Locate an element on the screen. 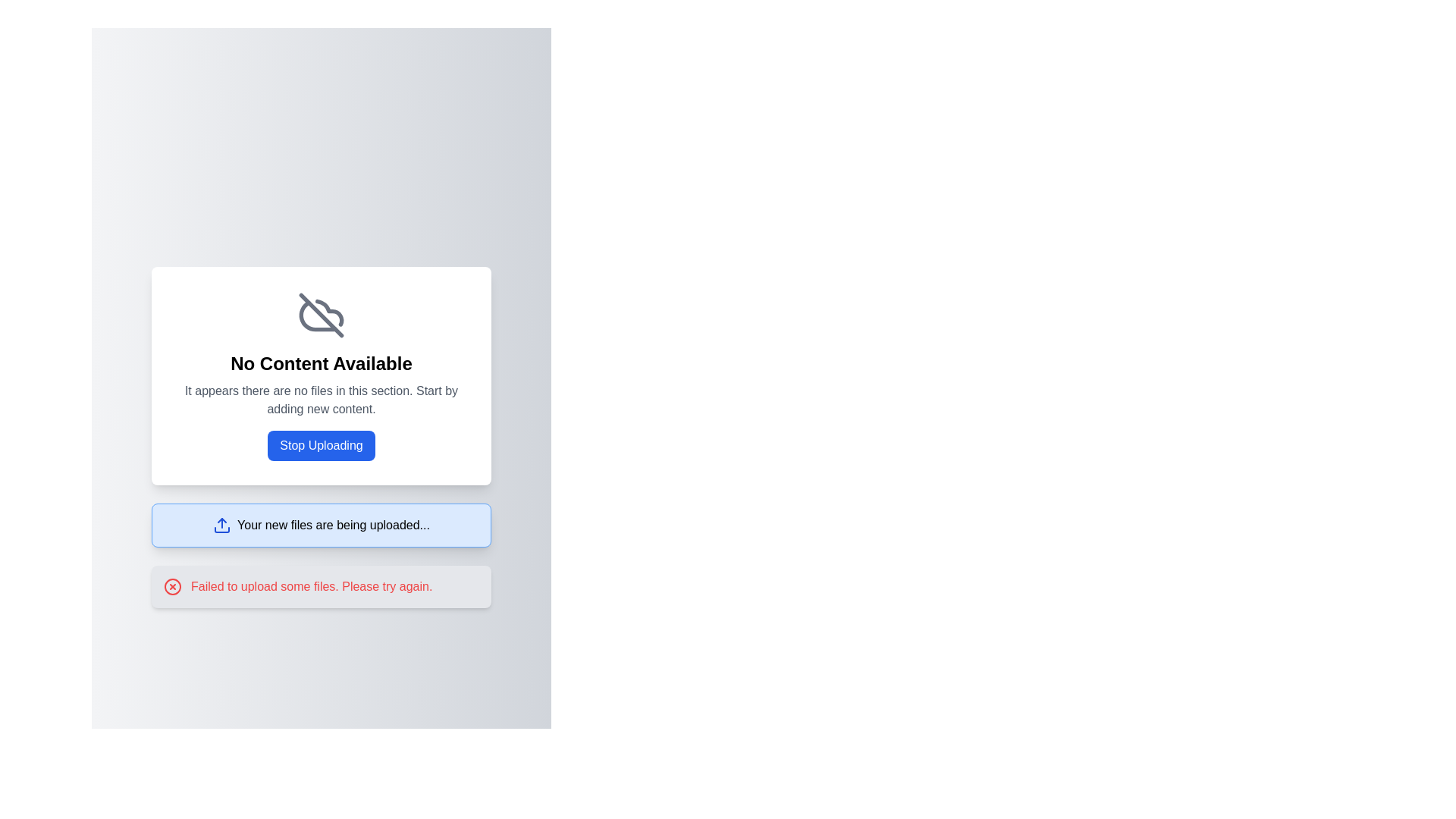  the button that halts the content uploading process, located within the central card below the subheading indicating no files are present is located at coordinates (320, 444).